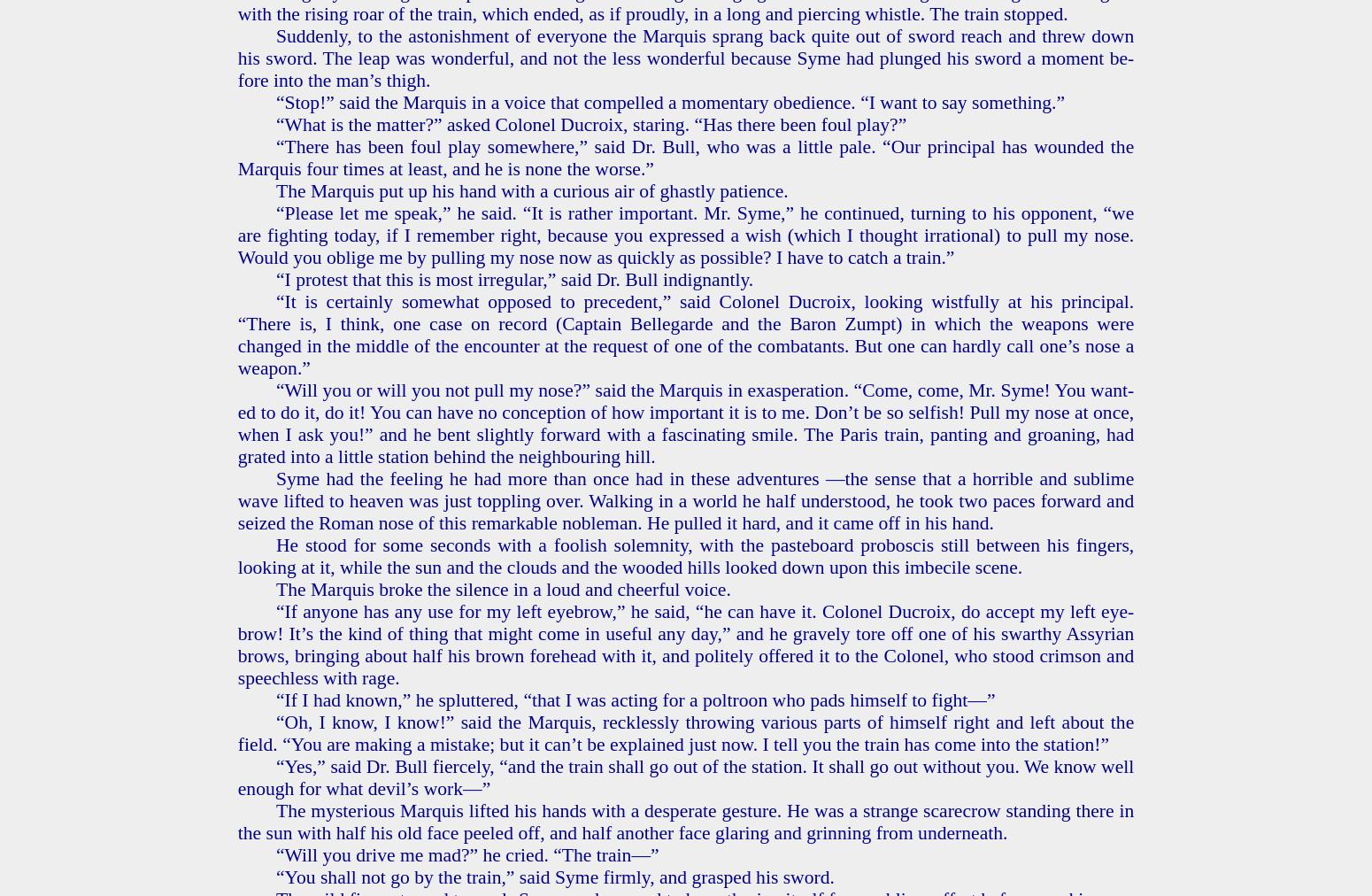 The width and height of the screenshot is (1372, 896). Describe the element at coordinates (670, 100) in the screenshot. I see `'“Stop!” said the Mar­quis in a voice that com­pelled a mo­men­tary obe­di­ence. “I want to say some­thing.”'` at that location.